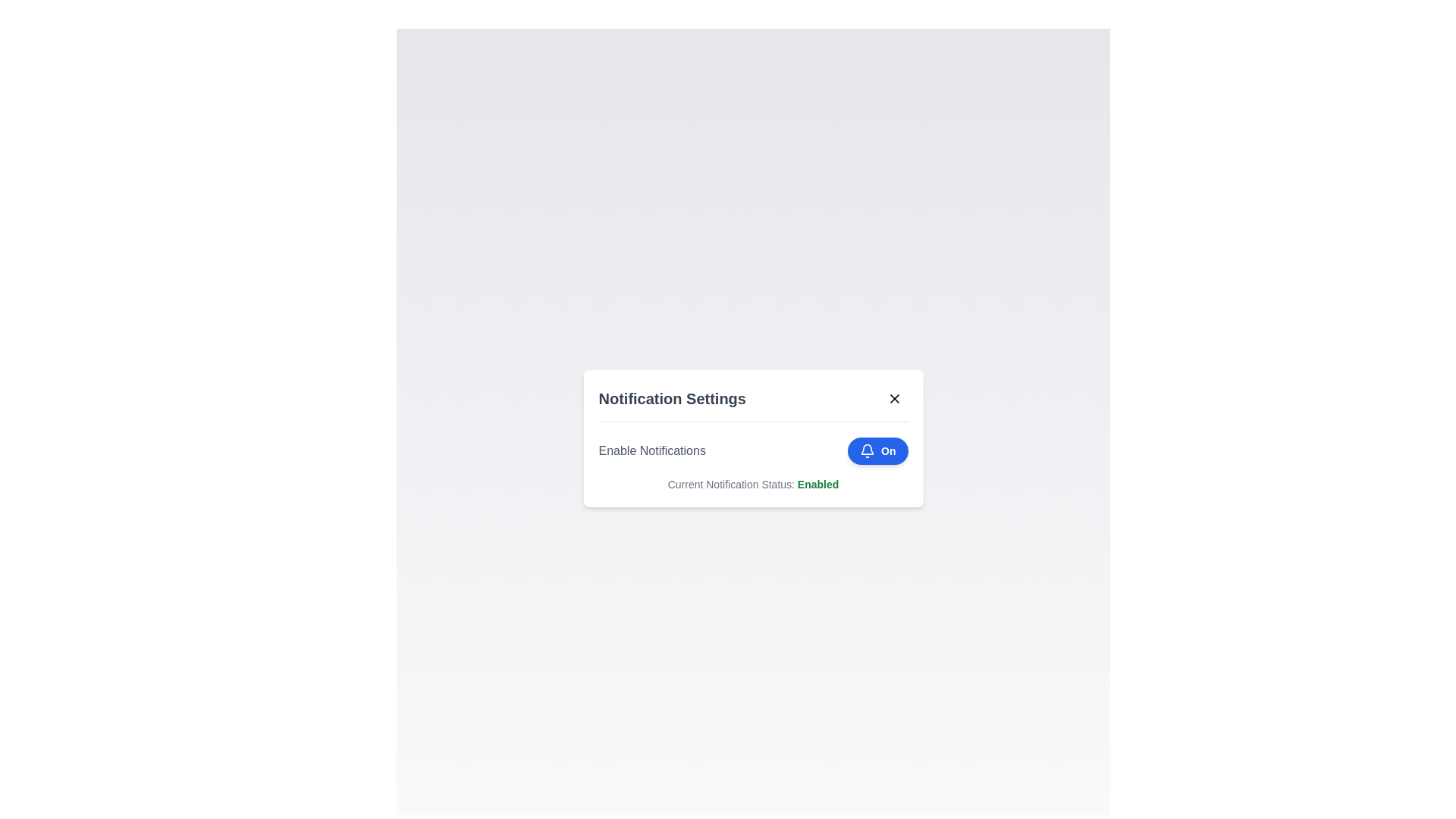 The height and width of the screenshot is (819, 1456). Describe the element at coordinates (894, 397) in the screenshot. I see `the close button in the top-right corner of the 'Notification Settings' dialog` at that location.